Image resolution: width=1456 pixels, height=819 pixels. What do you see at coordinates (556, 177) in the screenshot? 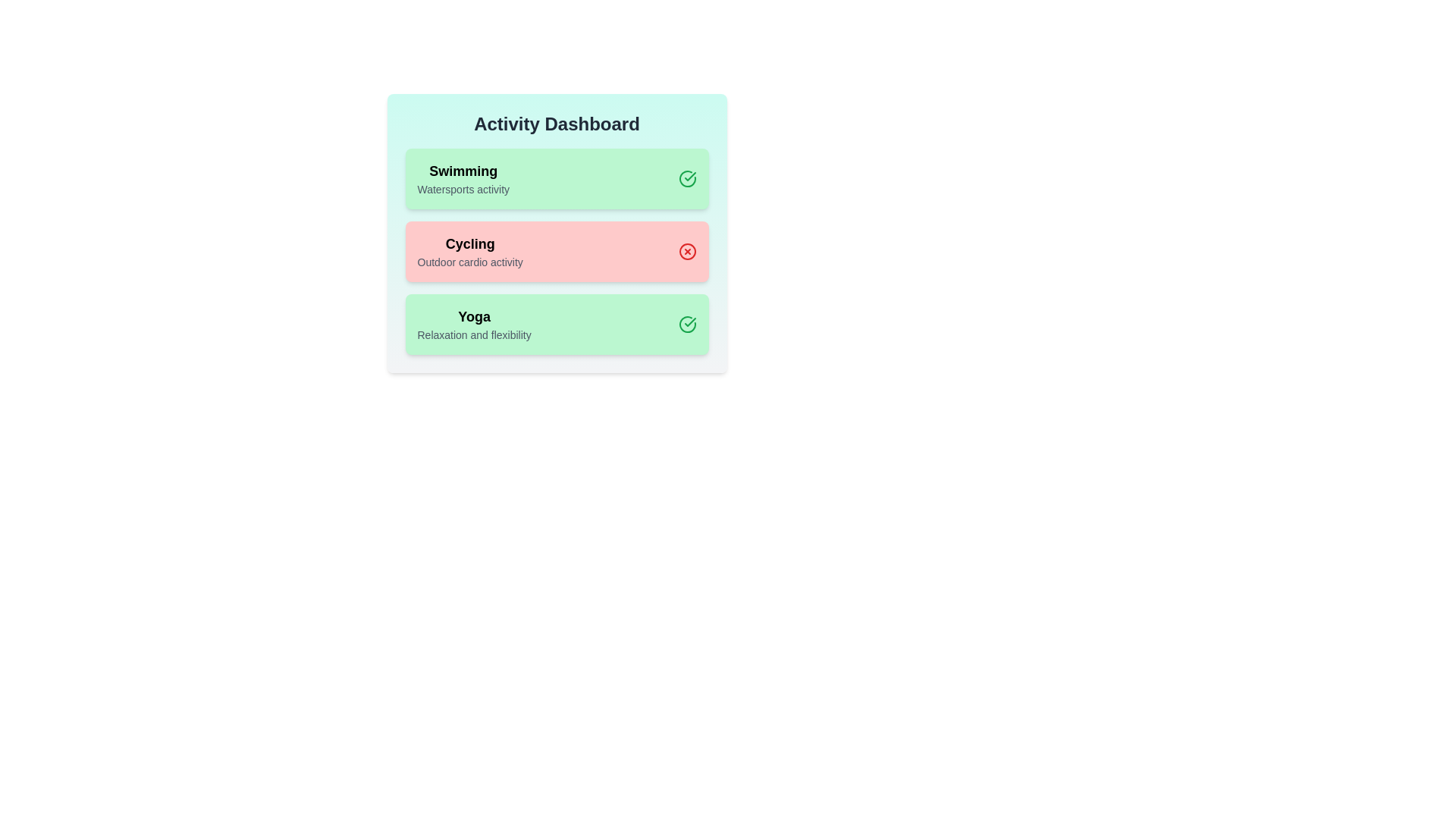
I see `the card labeled 'Swimming'` at bounding box center [556, 177].